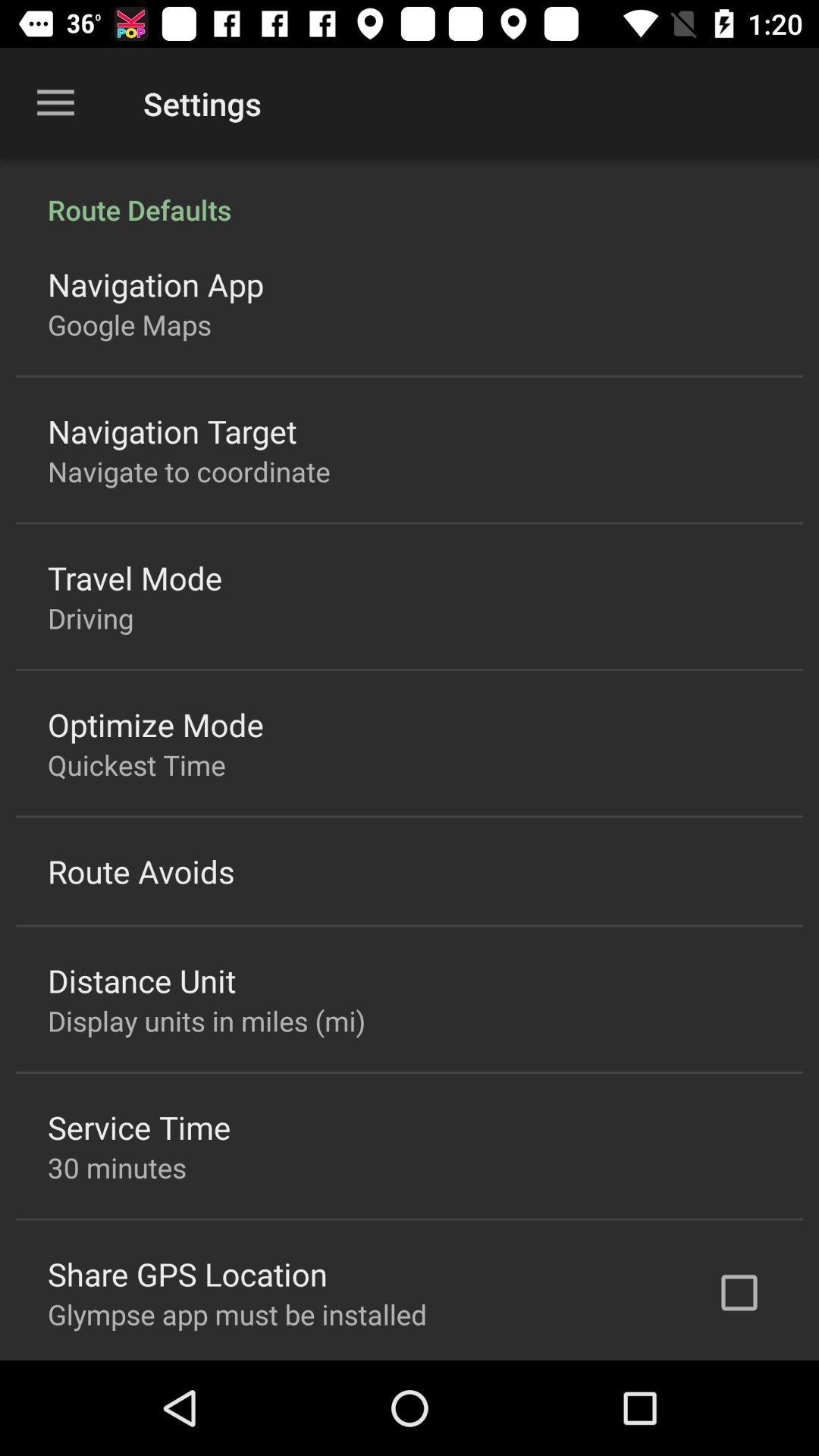  I want to click on glympse app must, so click(237, 1313).